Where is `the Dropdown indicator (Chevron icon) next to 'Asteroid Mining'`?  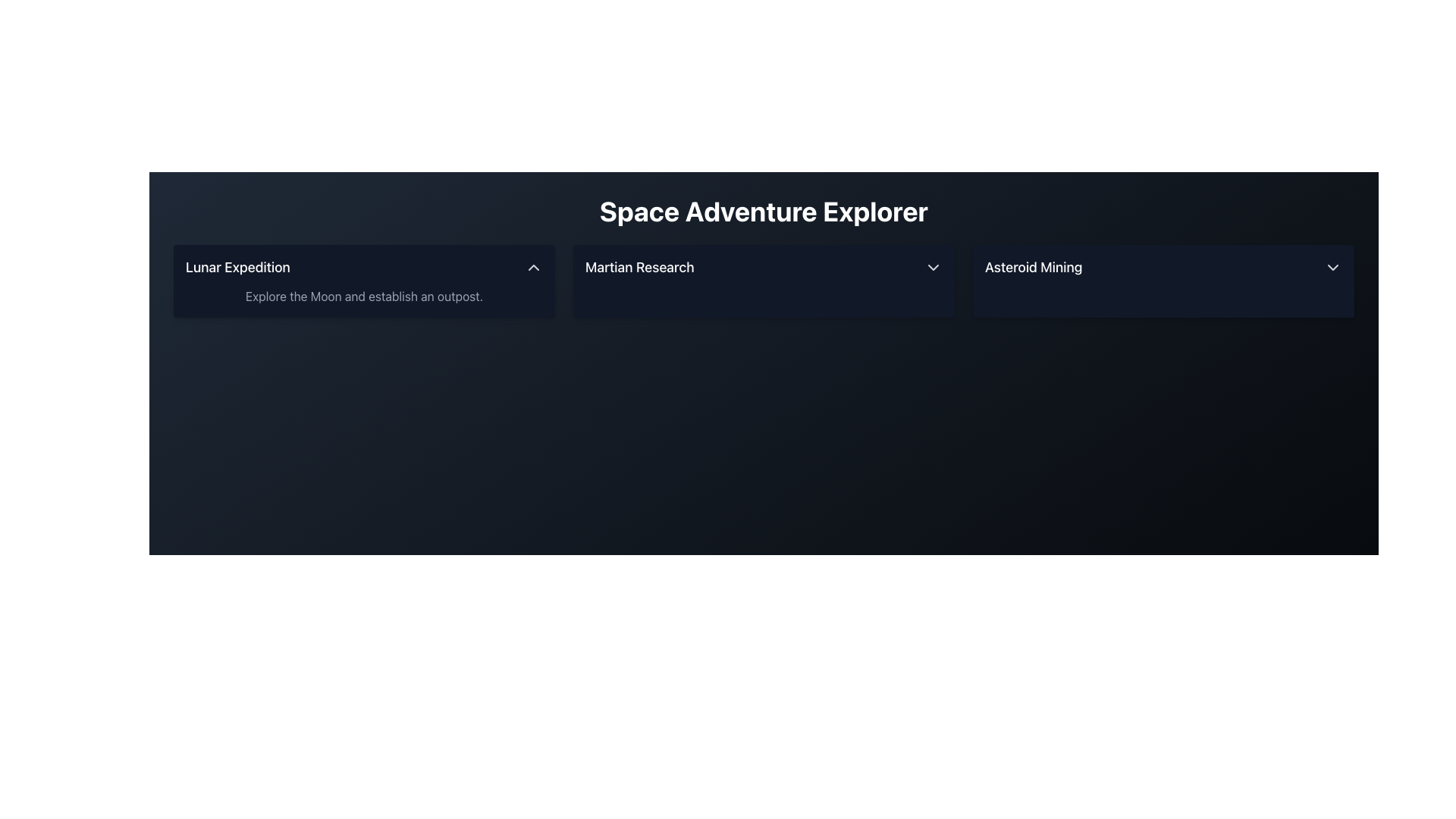 the Dropdown indicator (Chevron icon) next to 'Asteroid Mining' is located at coordinates (1332, 267).